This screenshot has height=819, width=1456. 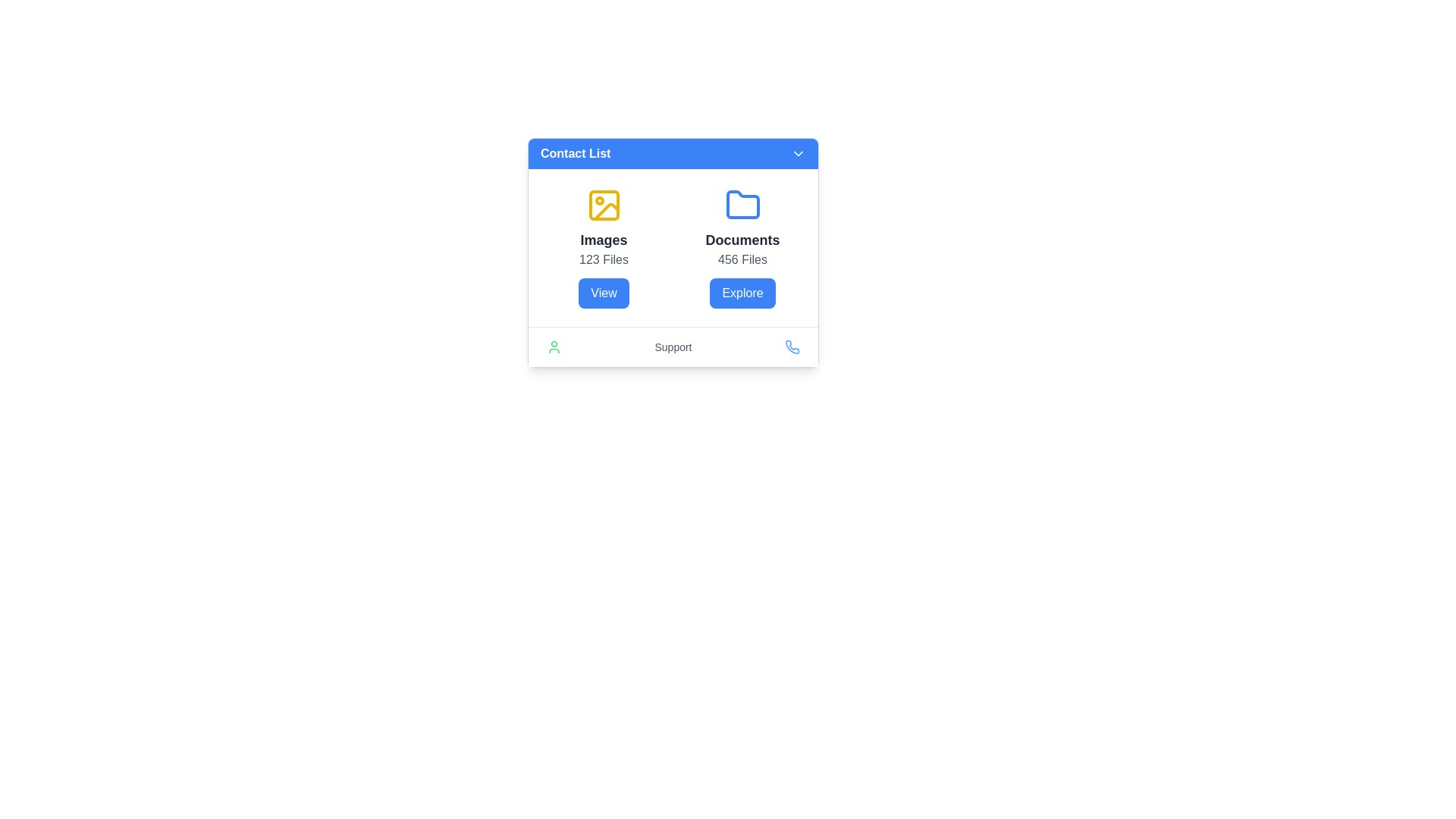 What do you see at coordinates (792, 347) in the screenshot?
I see `the blue outline phone icon in the bottom-right corner of the 'Contact List' card to initiate a call` at bounding box center [792, 347].